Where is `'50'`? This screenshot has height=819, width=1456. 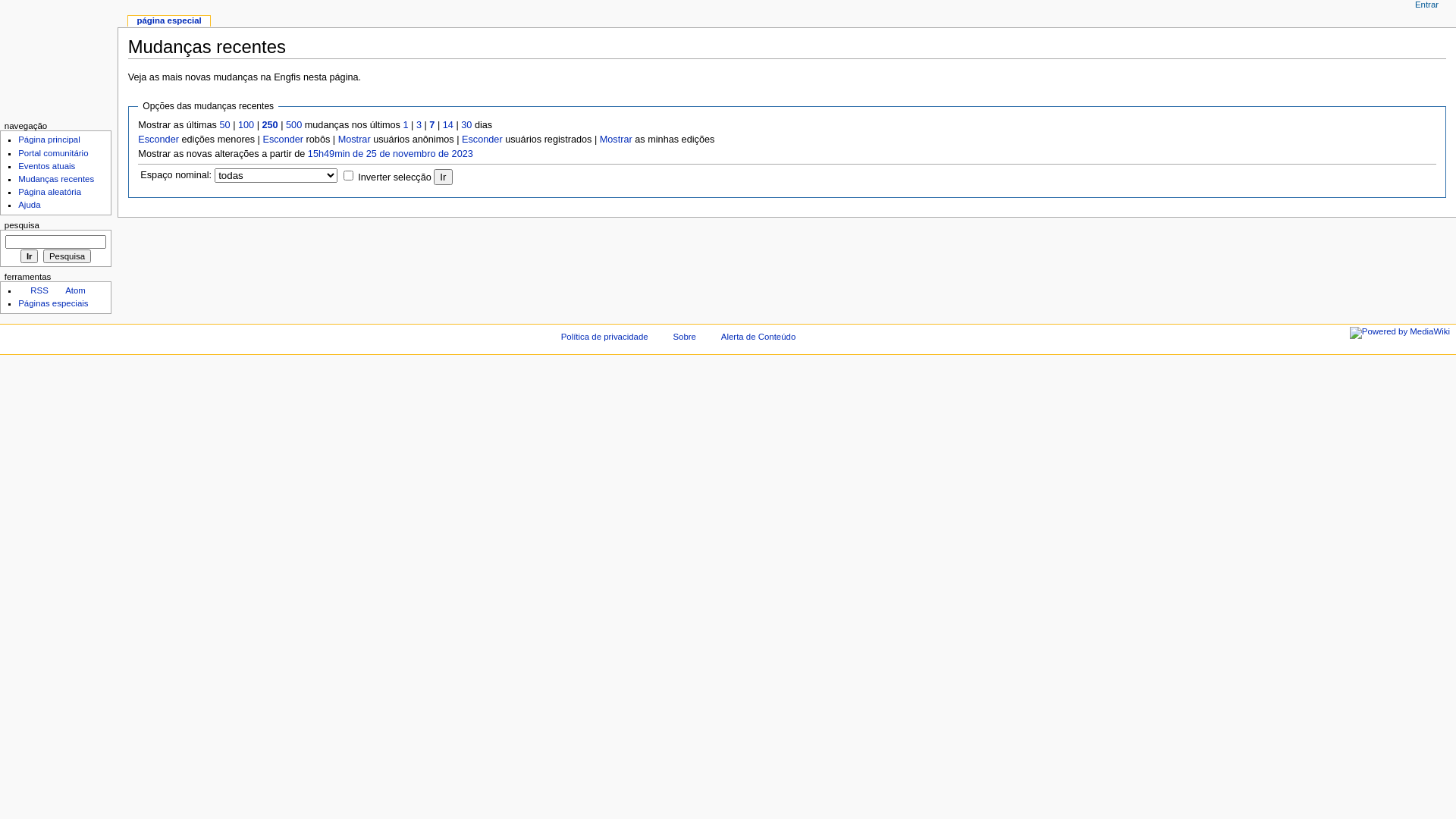
'50' is located at coordinates (224, 124).